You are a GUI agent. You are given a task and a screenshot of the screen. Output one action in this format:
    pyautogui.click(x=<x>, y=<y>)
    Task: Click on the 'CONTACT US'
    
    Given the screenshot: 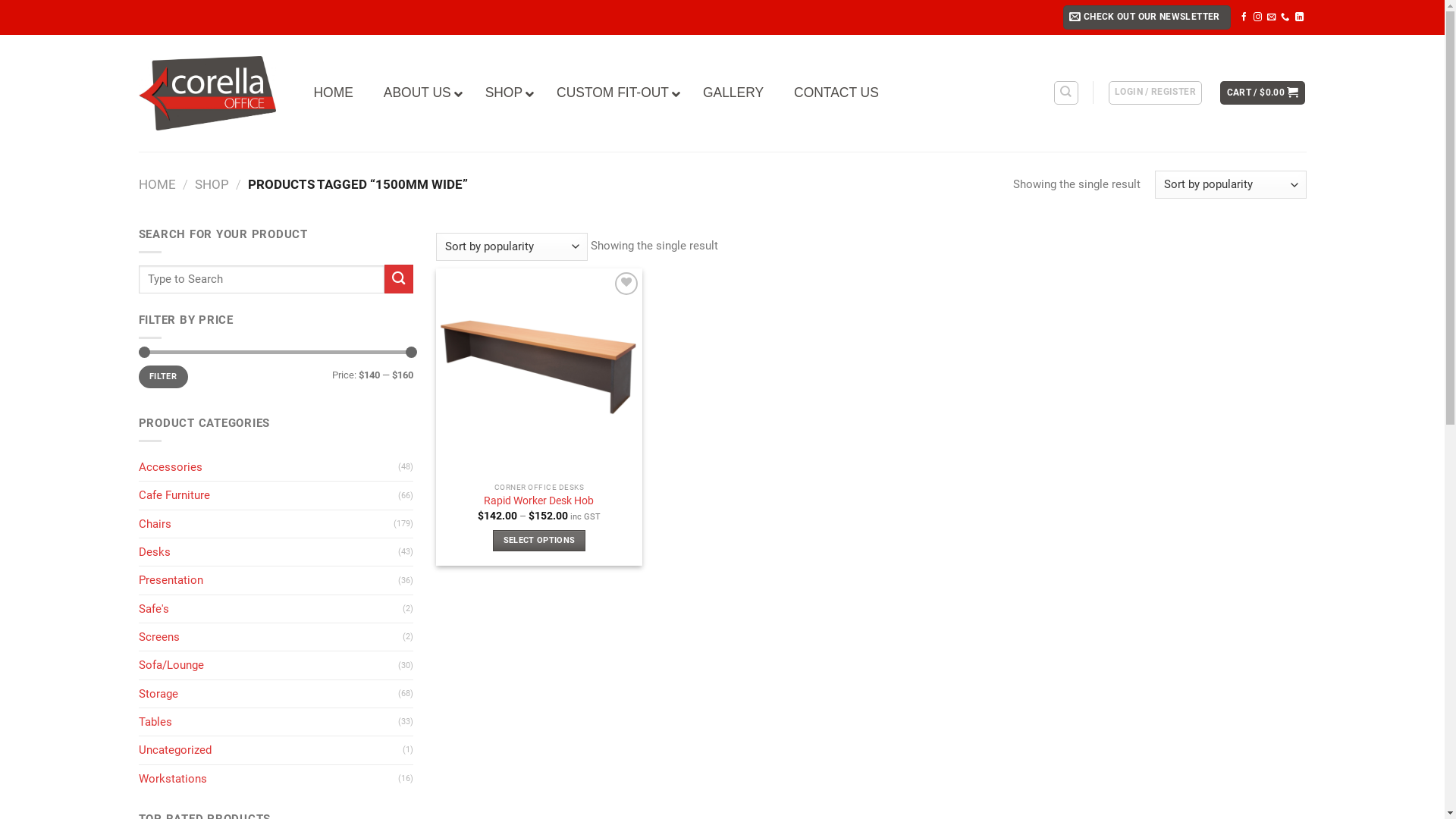 What is the action you would take?
    pyautogui.click(x=836, y=93)
    